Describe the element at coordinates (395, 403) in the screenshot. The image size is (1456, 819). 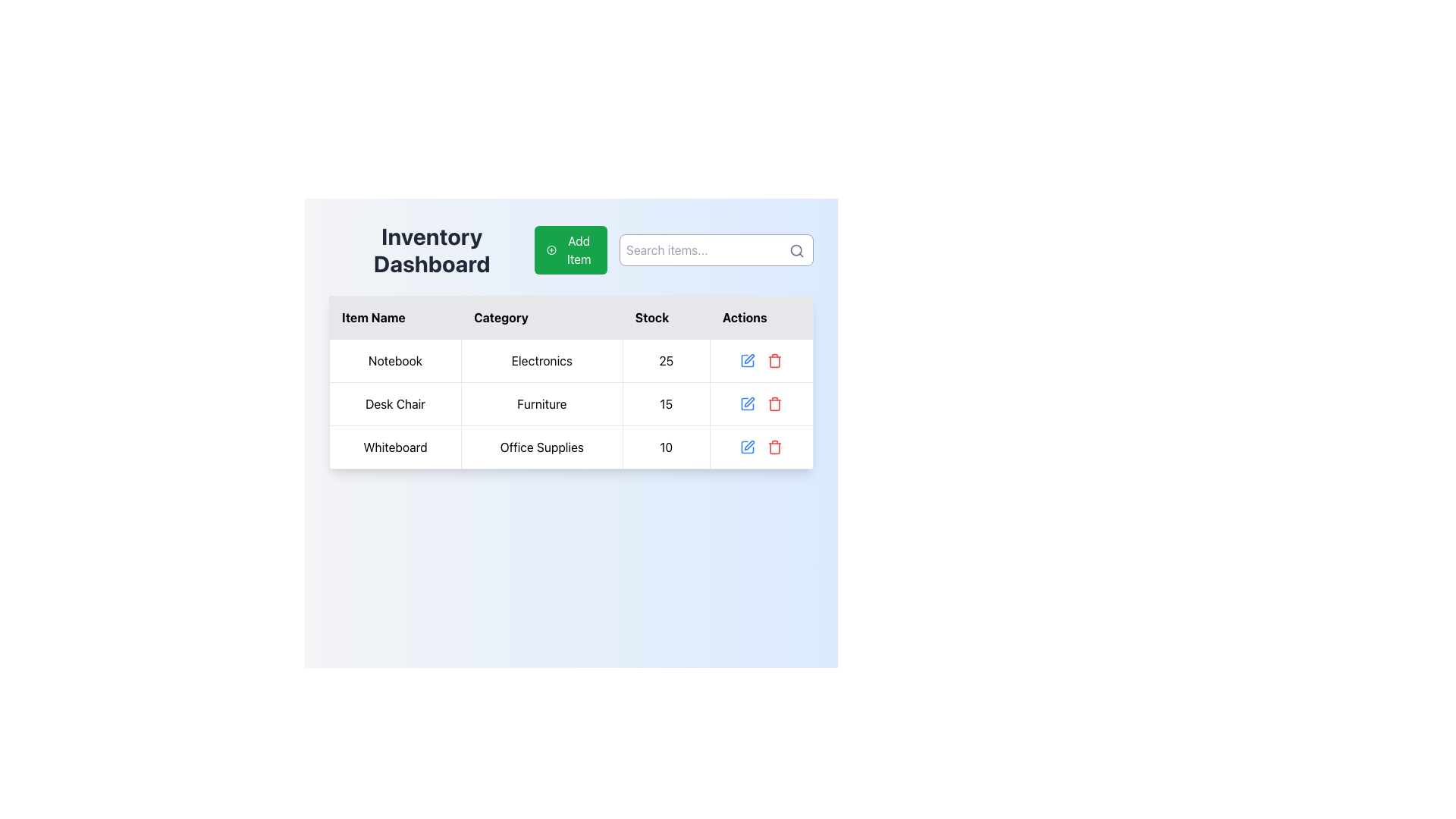
I see `the 'Desk Chair' text label, which is the second row entry in the 'Item Name' column of the table layout` at that location.